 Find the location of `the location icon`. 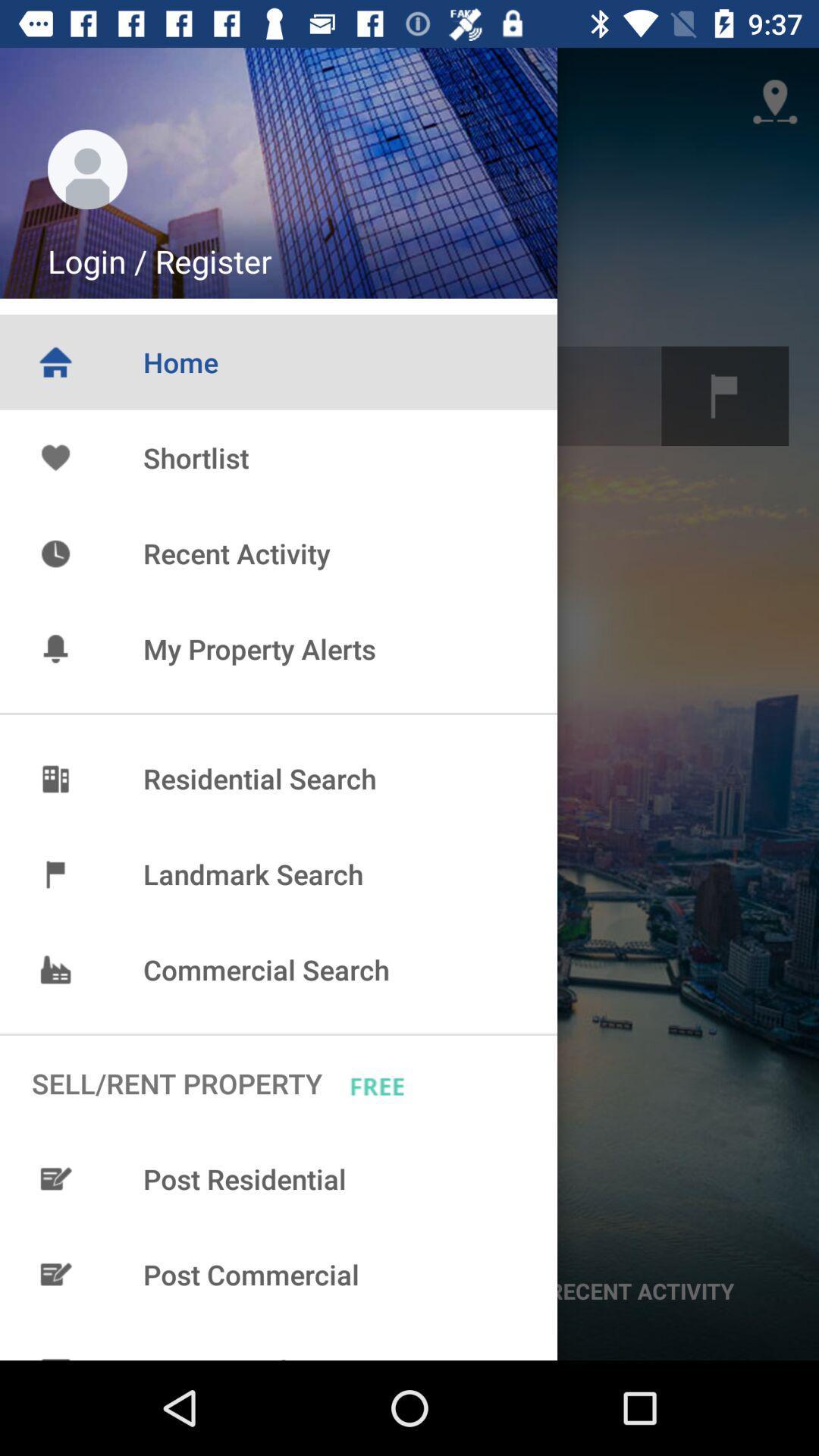

the location icon is located at coordinates (775, 101).